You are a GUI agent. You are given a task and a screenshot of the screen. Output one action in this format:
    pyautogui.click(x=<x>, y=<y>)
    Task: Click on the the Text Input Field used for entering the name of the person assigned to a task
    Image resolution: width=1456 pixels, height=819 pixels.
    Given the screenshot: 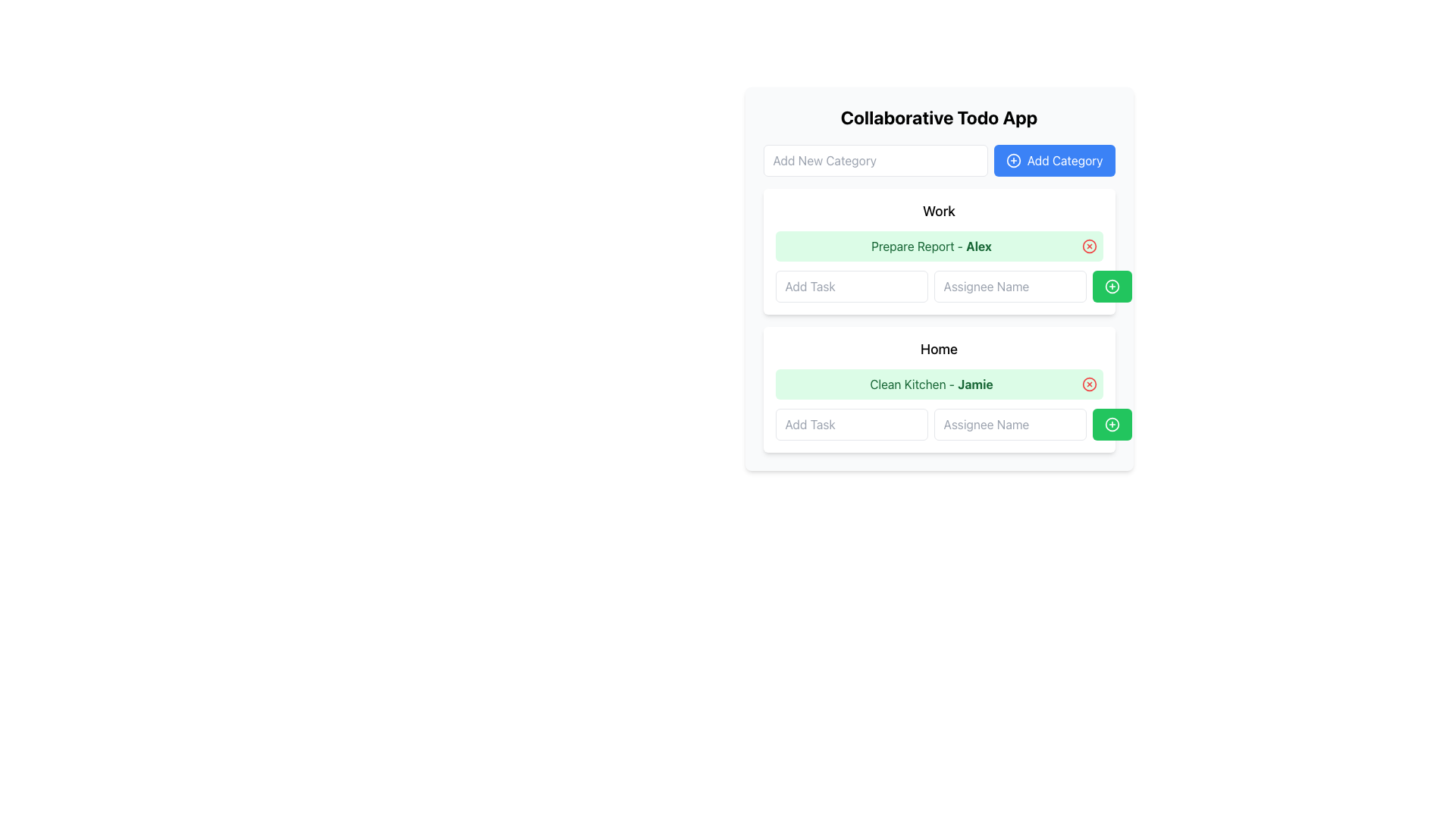 What is the action you would take?
    pyautogui.click(x=1009, y=287)
    